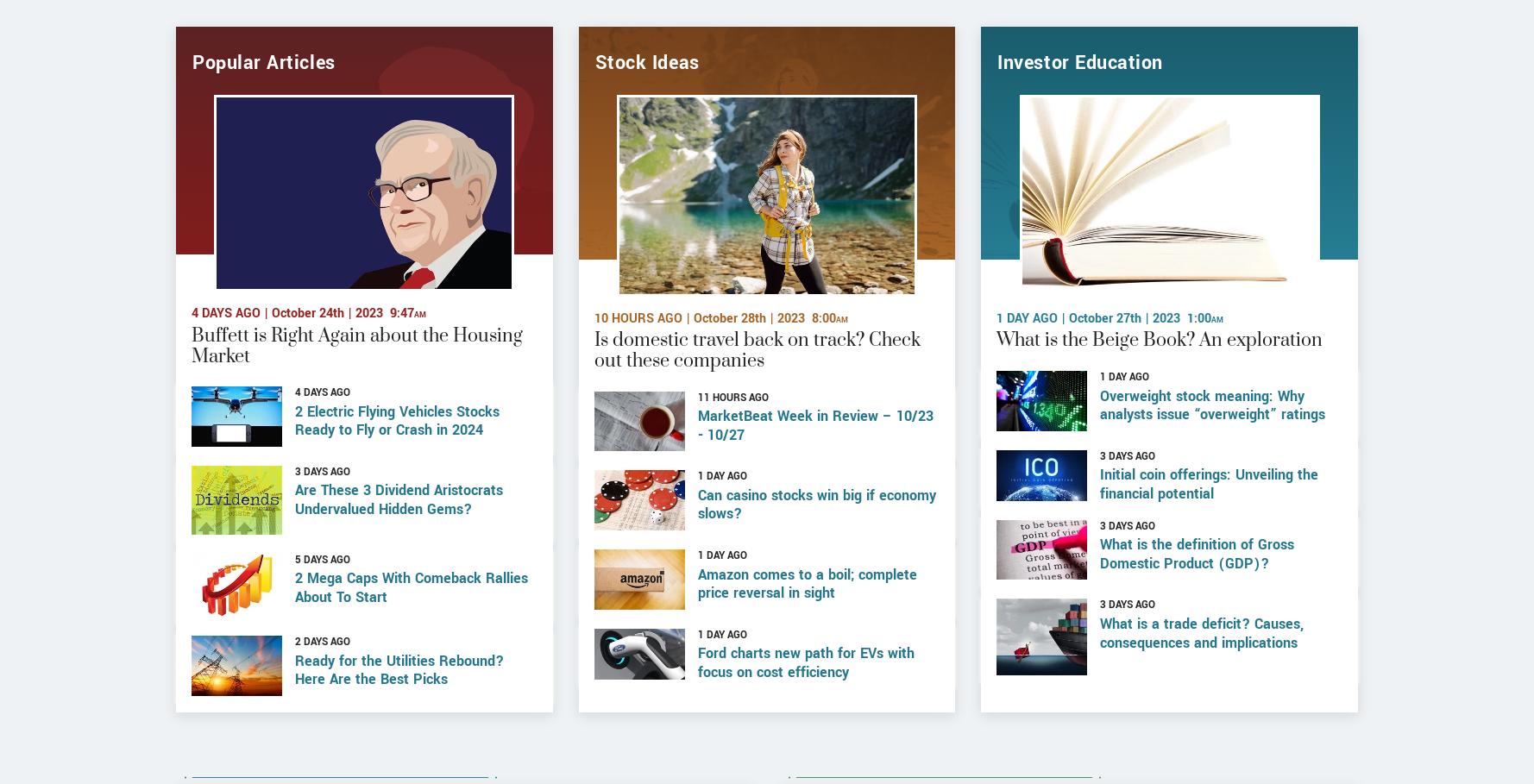  I want to click on 'Are These 3 Dividend Aristocrats Undervalued Hidden Gems?', so click(398, 565).